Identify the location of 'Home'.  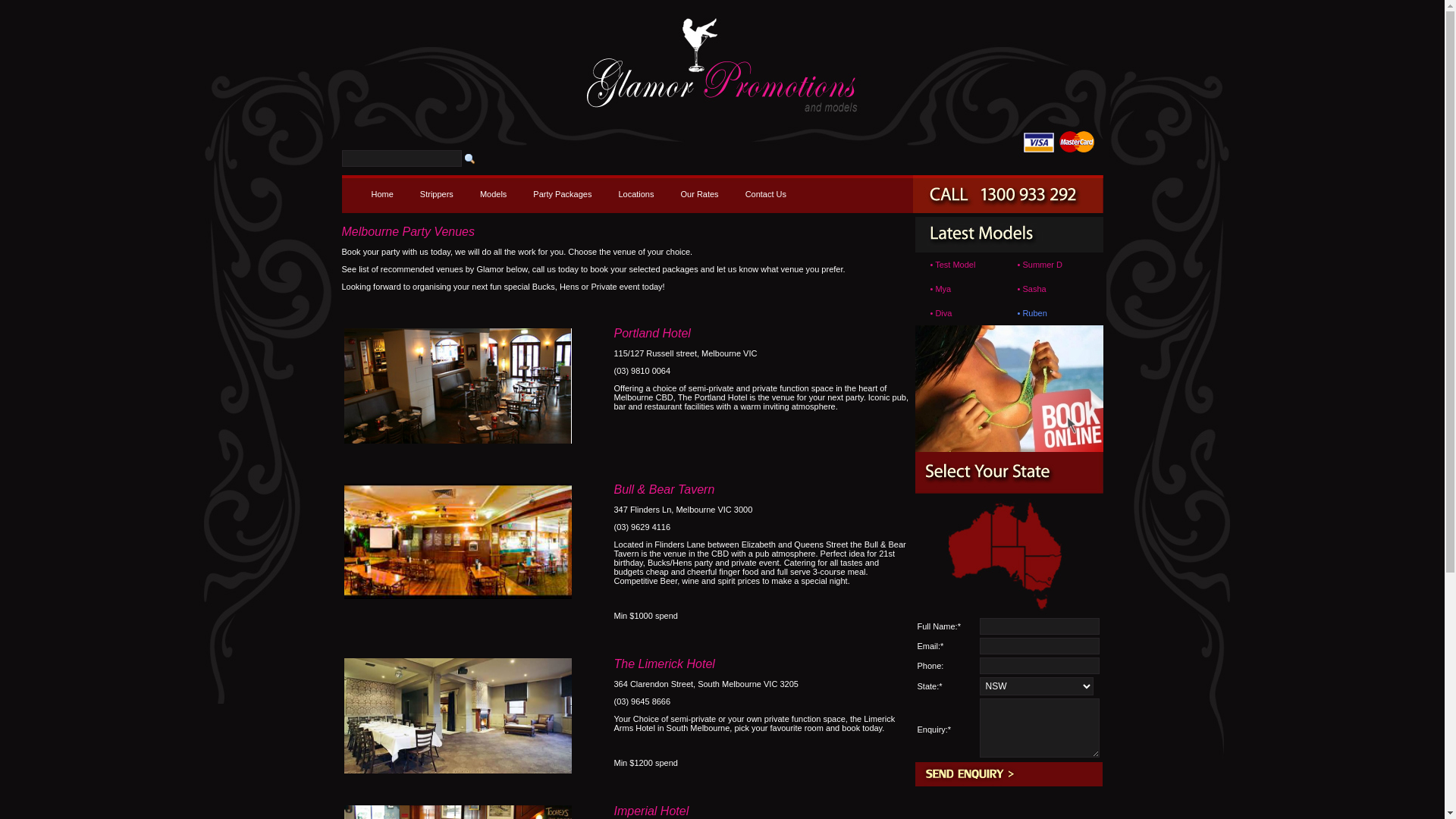
(381, 193).